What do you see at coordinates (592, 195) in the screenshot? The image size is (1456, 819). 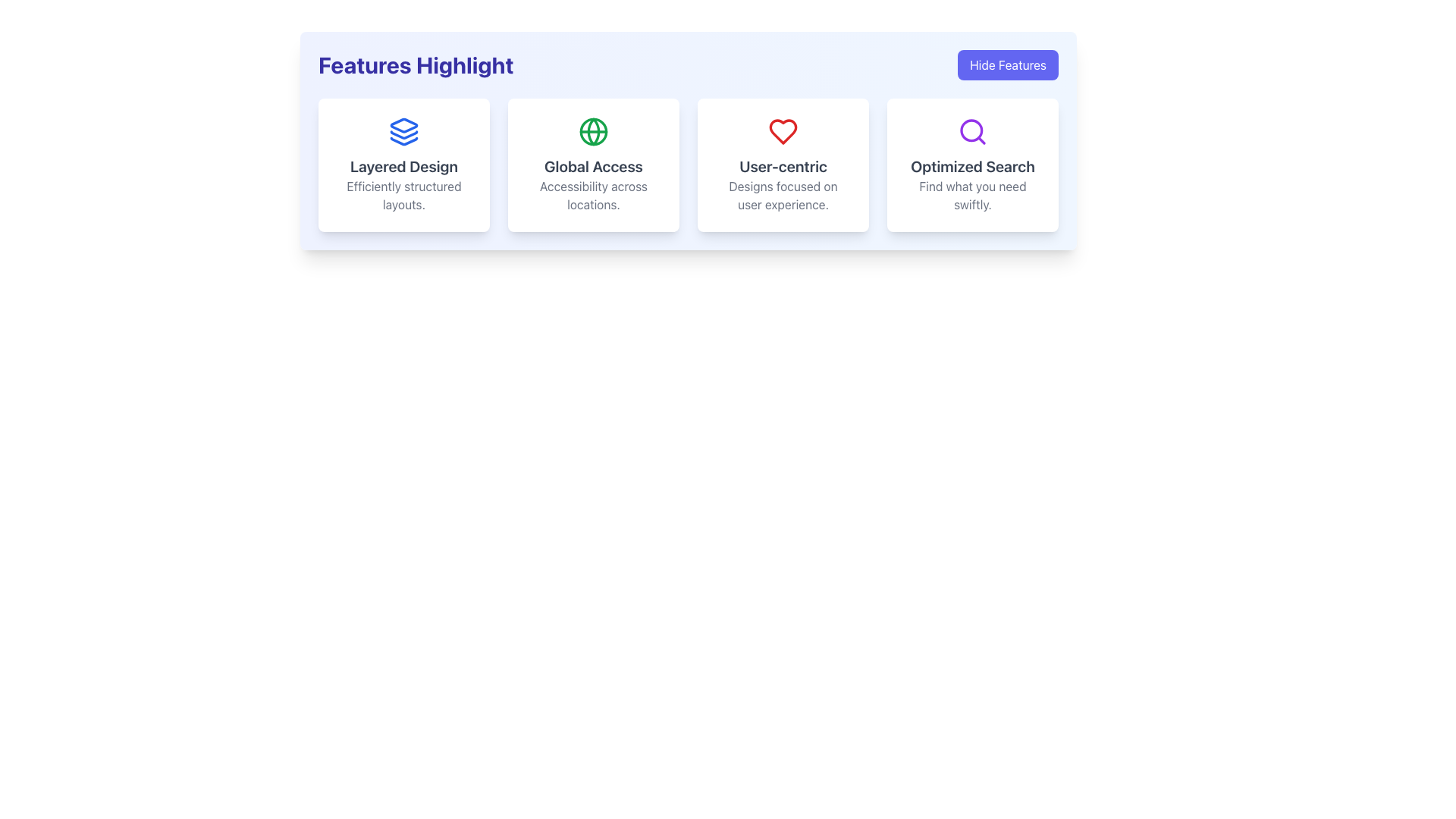 I see `the static text element providing a description for the 'Global Access' feature, positioned below the bolded title text in the second feature card` at bounding box center [592, 195].